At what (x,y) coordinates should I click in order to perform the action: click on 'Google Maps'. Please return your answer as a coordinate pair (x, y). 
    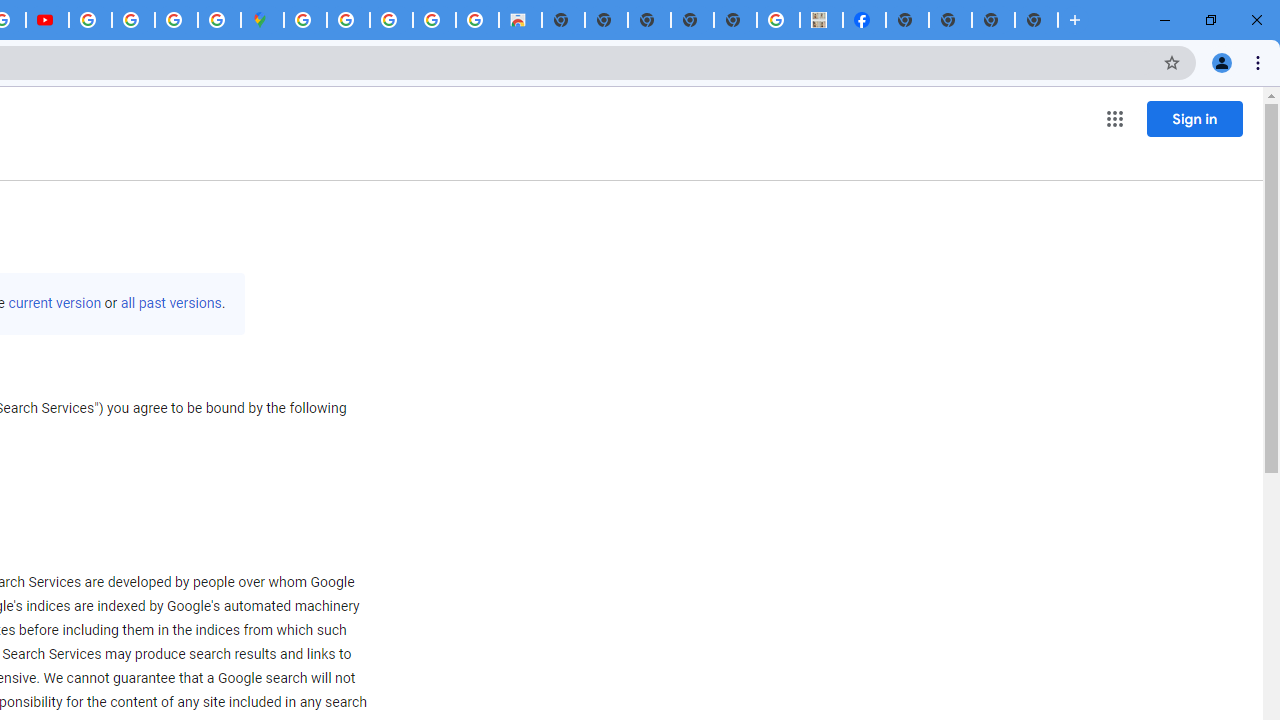
    Looking at the image, I should click on (261, 20).